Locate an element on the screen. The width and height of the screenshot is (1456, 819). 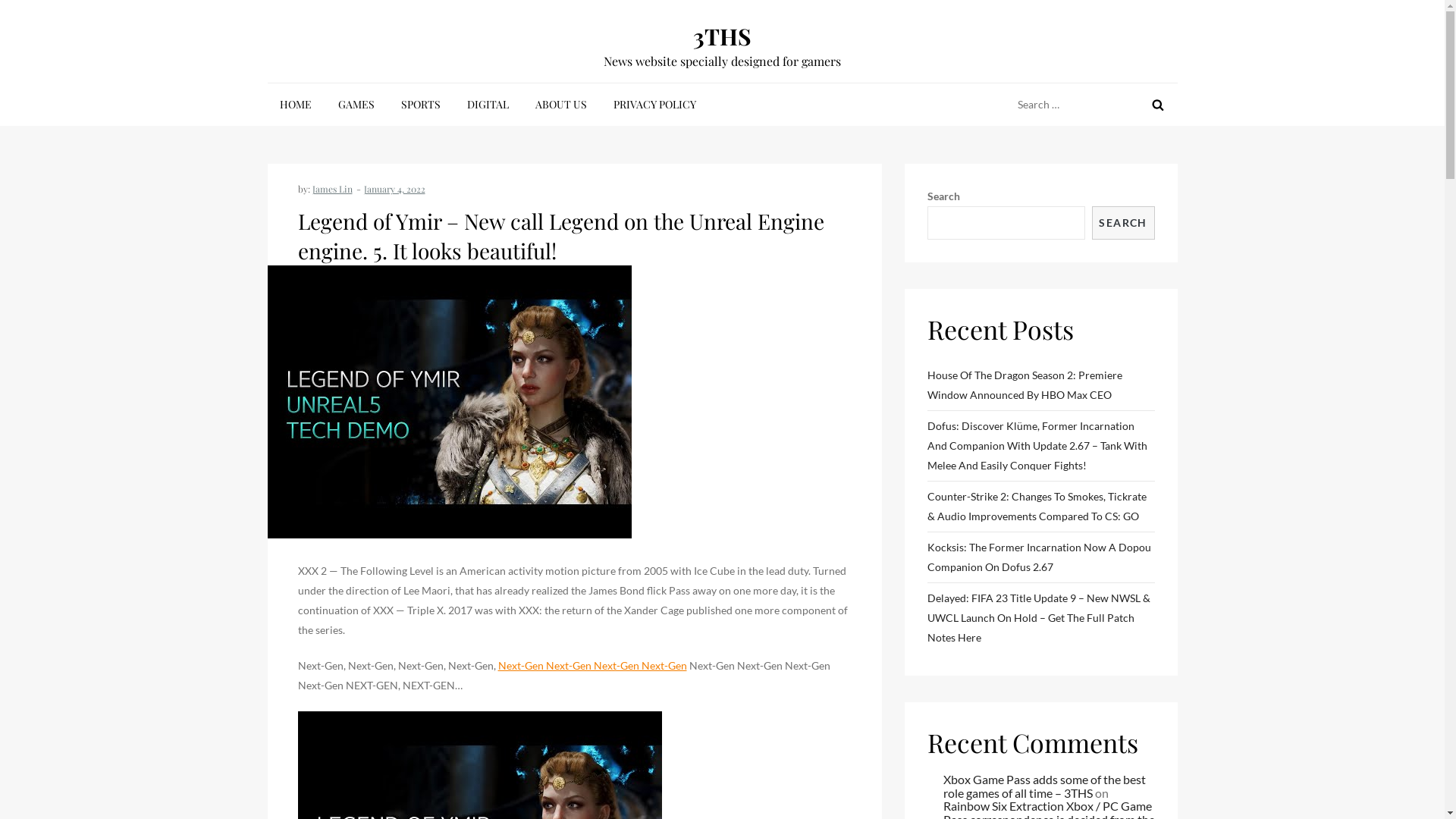
'GAMES' is located at coordinates (356, 104).